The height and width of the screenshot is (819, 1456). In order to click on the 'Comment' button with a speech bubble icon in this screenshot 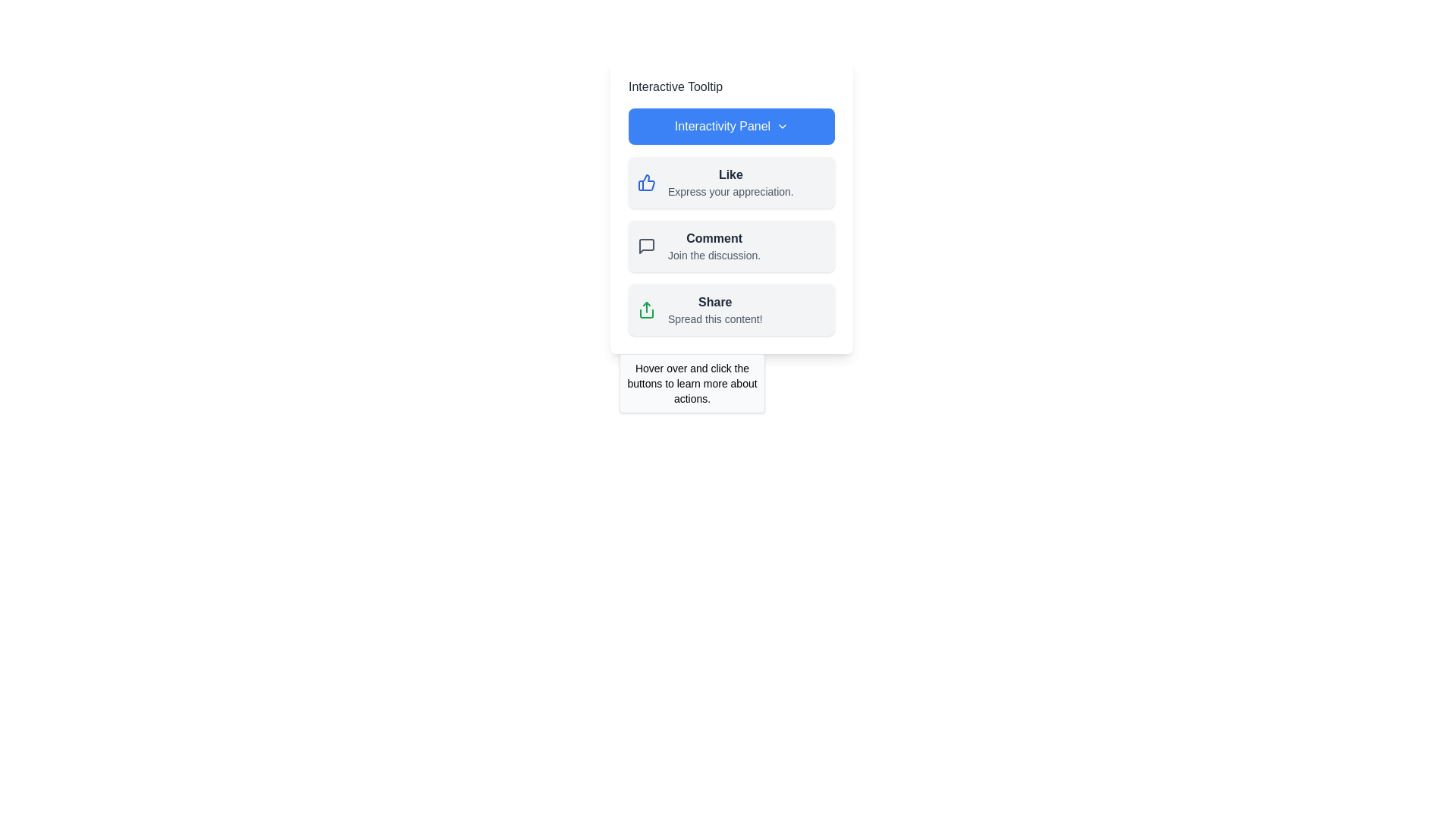, I will do `click(731, 245)`.